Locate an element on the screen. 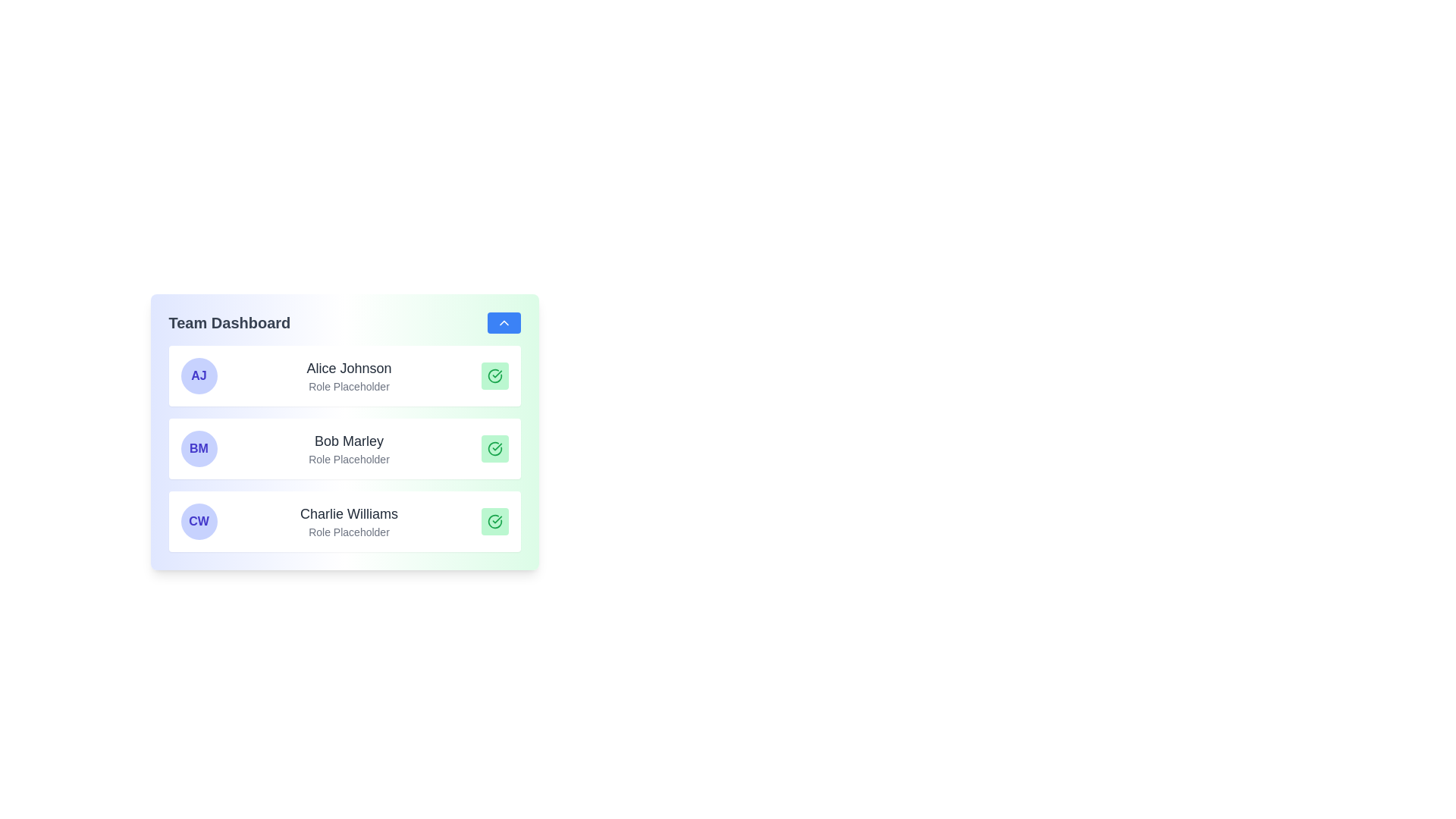 The image size is (1456, 819). the text block displaying the user's name and role, located in the third row of the team member list, between 'Bob Marley' and the green checkmark button is located at coordinates (348, 520).